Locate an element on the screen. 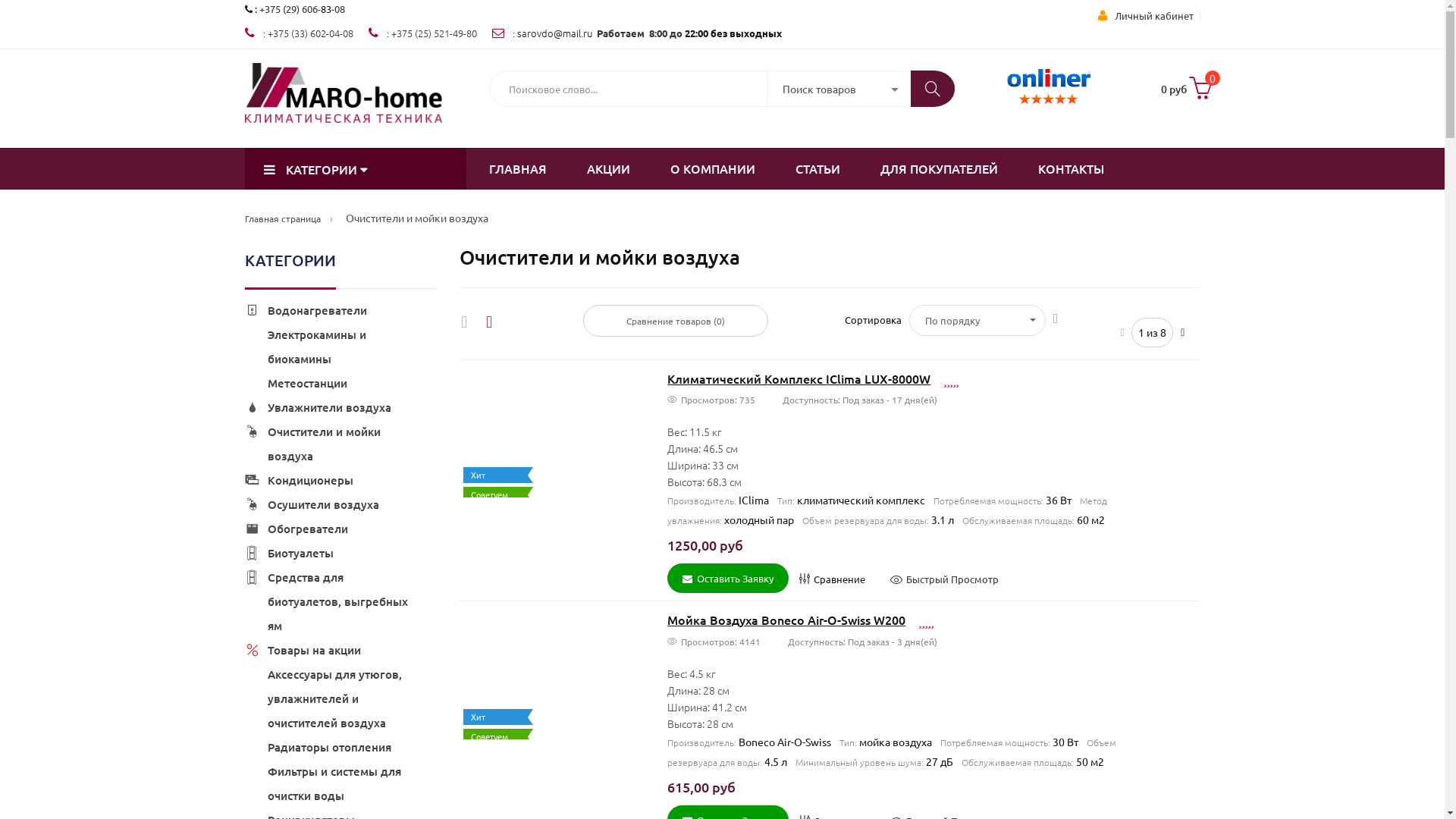 The height and width of the screenshot is (819, 1456). '+375 (33) 602-04-08' is located at coordinates (266, 33).